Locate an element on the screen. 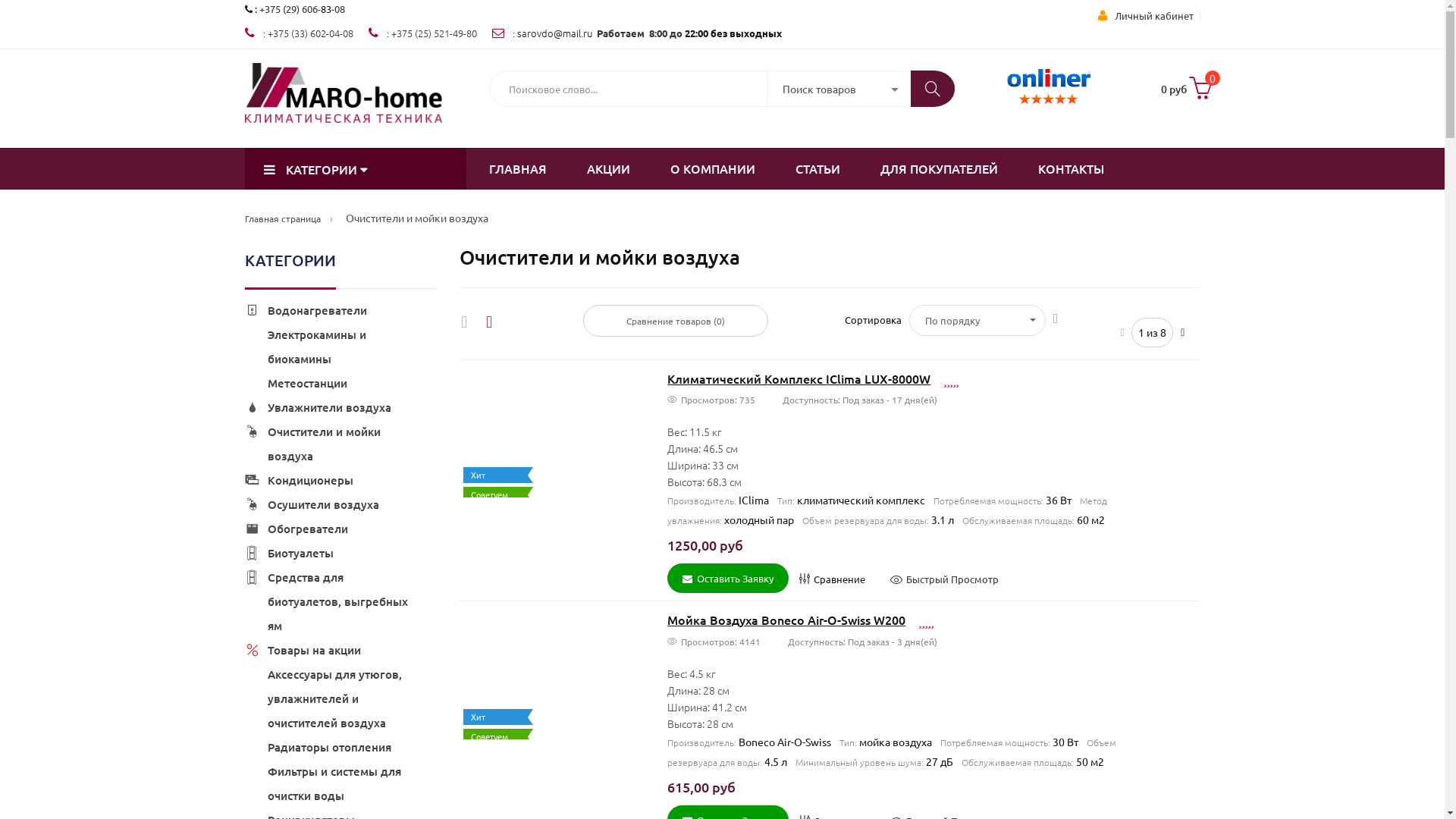 The height and width of the screenshot is (819, 1456). '+375 (33) 602-04-08' is located at coordinates (266, 33).